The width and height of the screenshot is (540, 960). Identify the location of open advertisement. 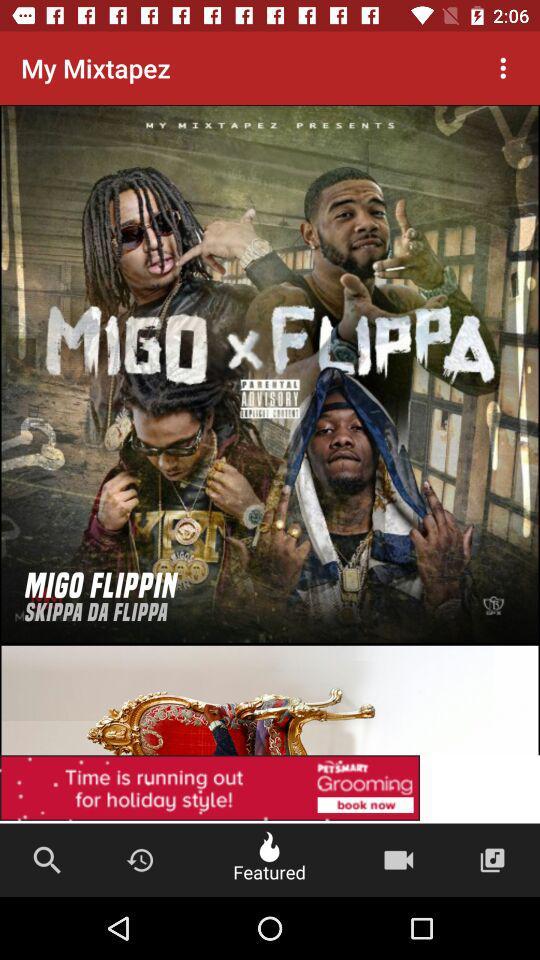
(270, 789).